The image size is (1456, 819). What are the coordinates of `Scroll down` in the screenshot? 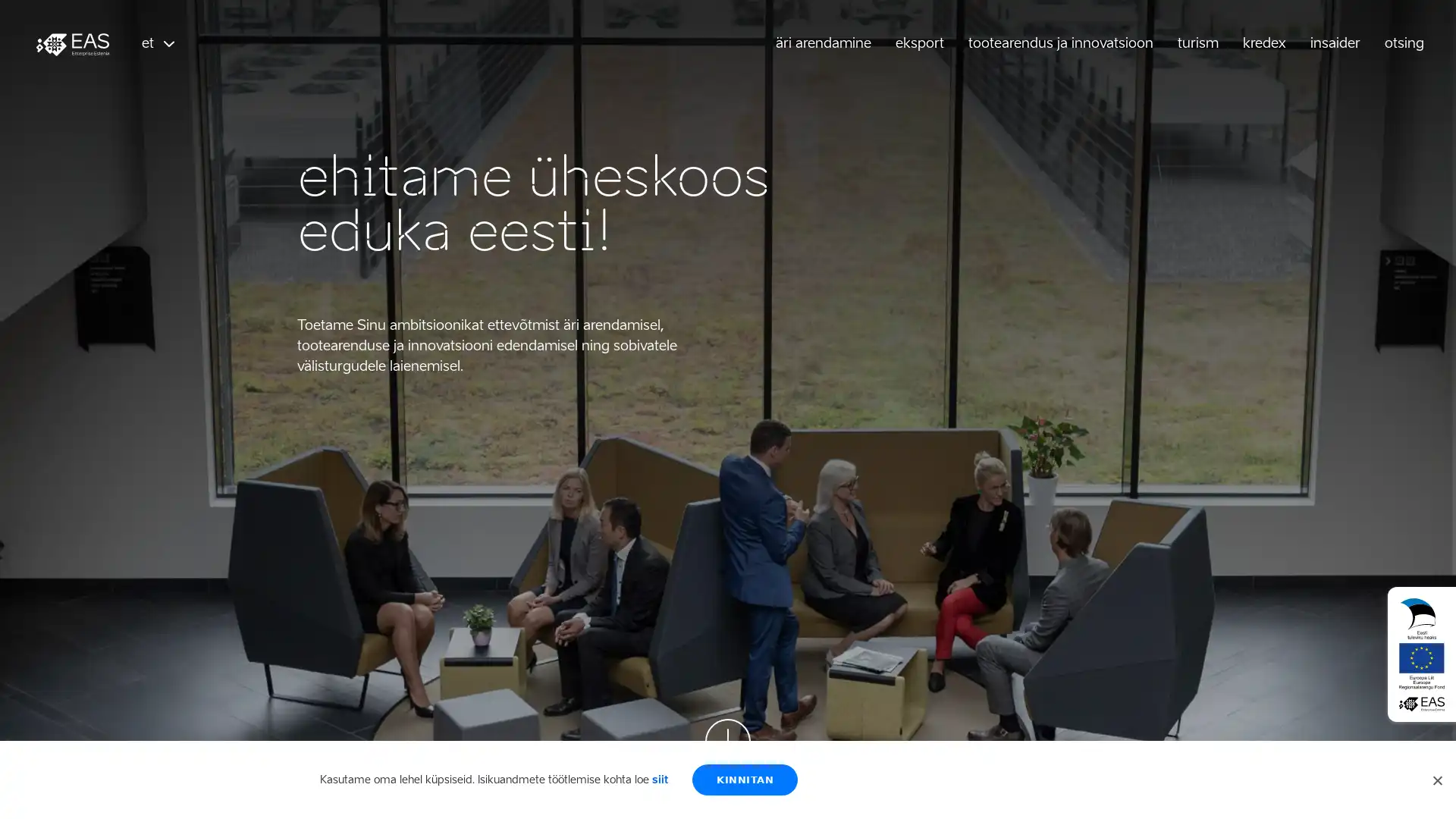 It's located at (728, 741).